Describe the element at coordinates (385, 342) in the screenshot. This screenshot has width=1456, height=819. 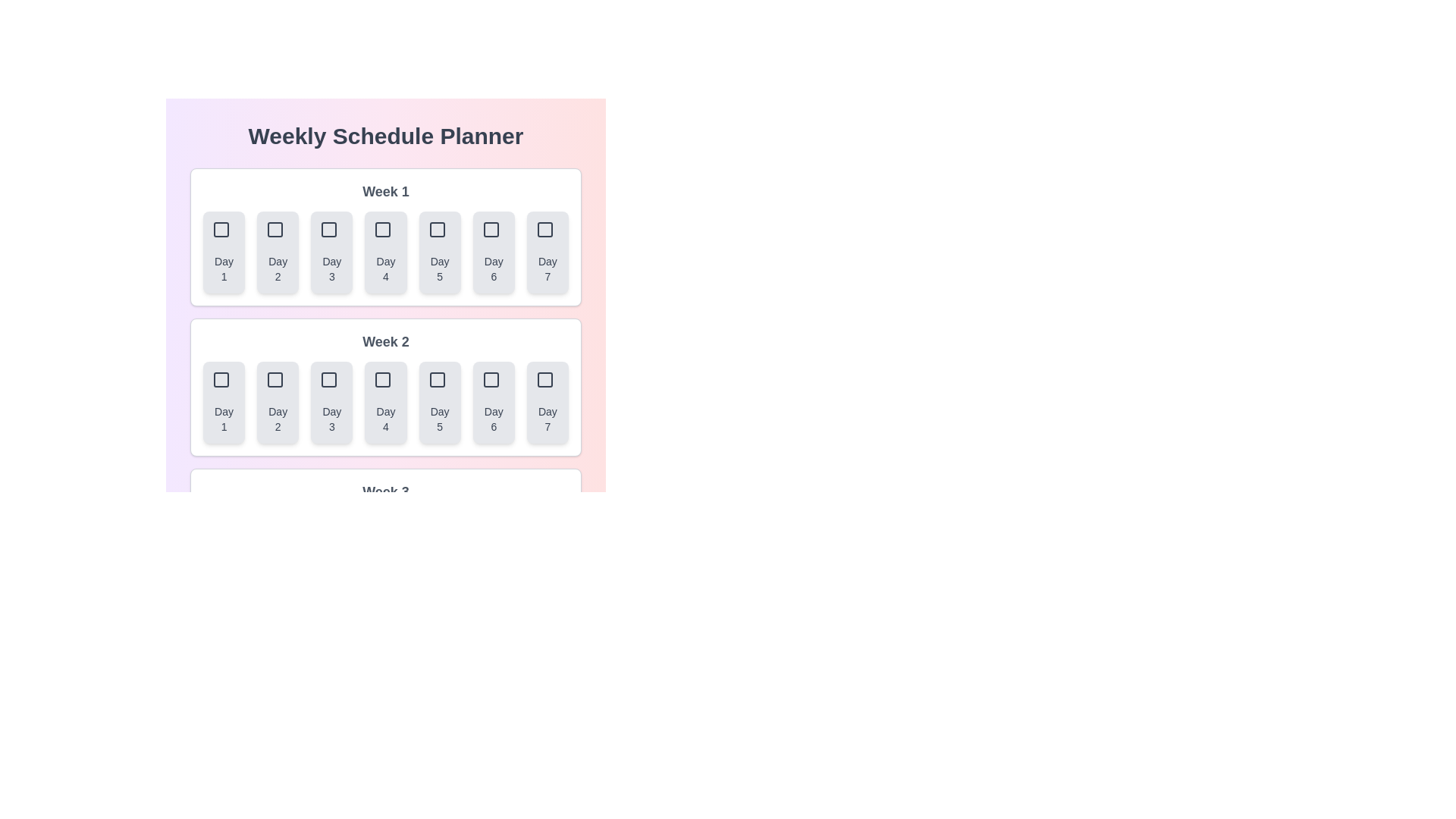
I see `the header of week 2` at that location.